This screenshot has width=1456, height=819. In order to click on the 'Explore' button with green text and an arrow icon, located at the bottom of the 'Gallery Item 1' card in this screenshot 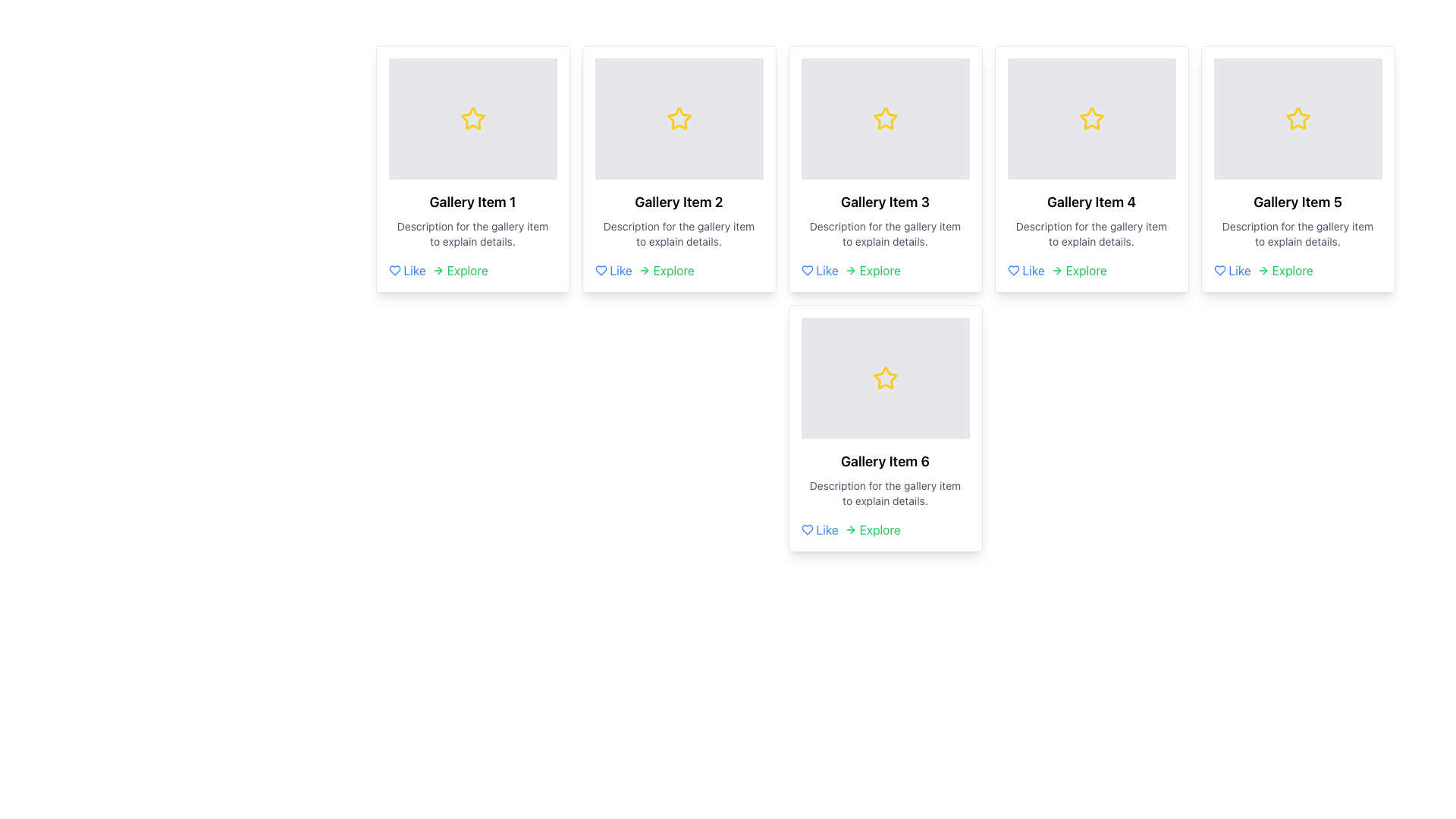, I will do `click(459, 270)`.